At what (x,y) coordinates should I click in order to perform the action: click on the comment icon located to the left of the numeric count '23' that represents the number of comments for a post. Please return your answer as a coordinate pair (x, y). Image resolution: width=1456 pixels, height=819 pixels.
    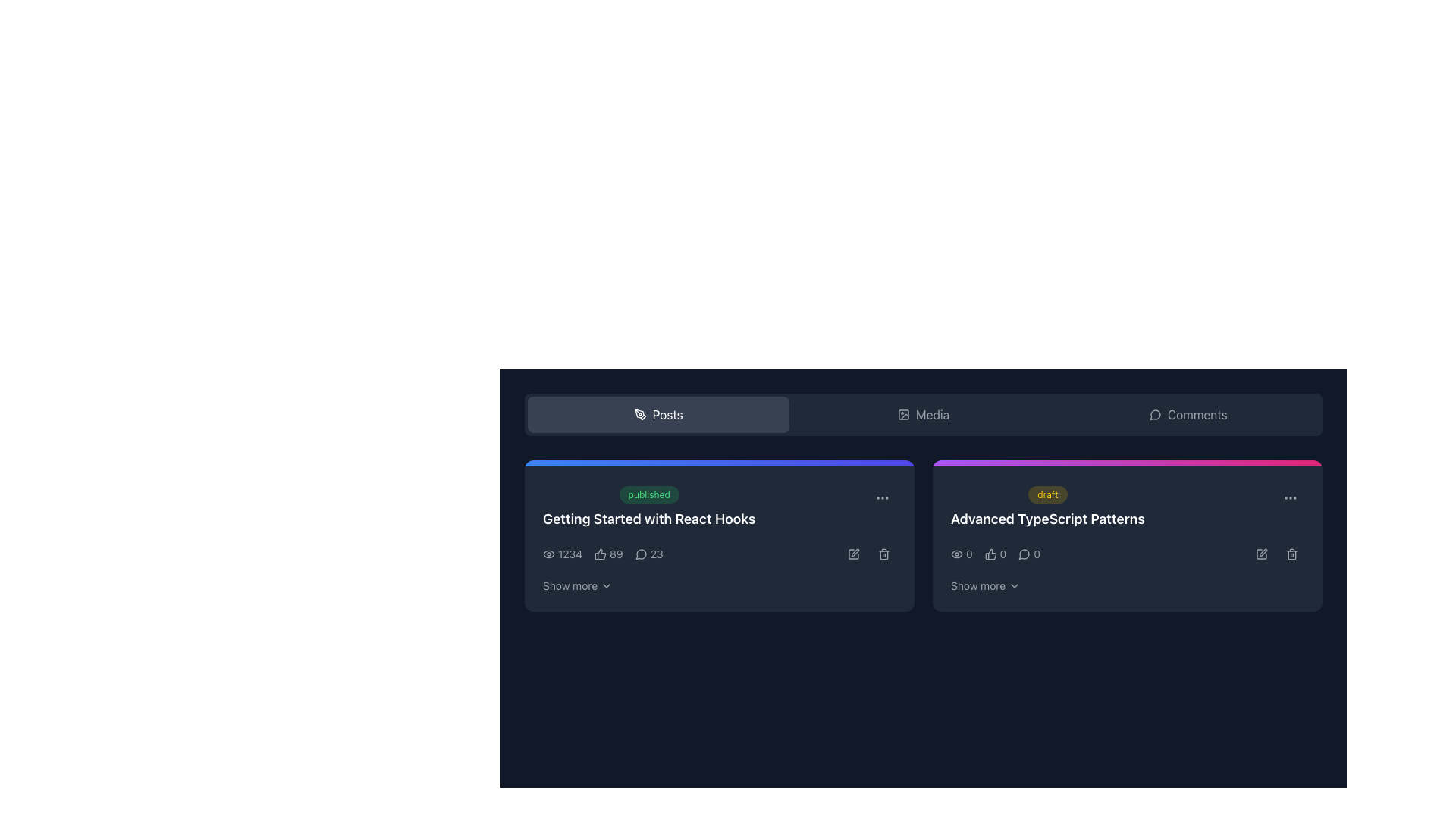
    Looking at the image, I should click on (641, 554).